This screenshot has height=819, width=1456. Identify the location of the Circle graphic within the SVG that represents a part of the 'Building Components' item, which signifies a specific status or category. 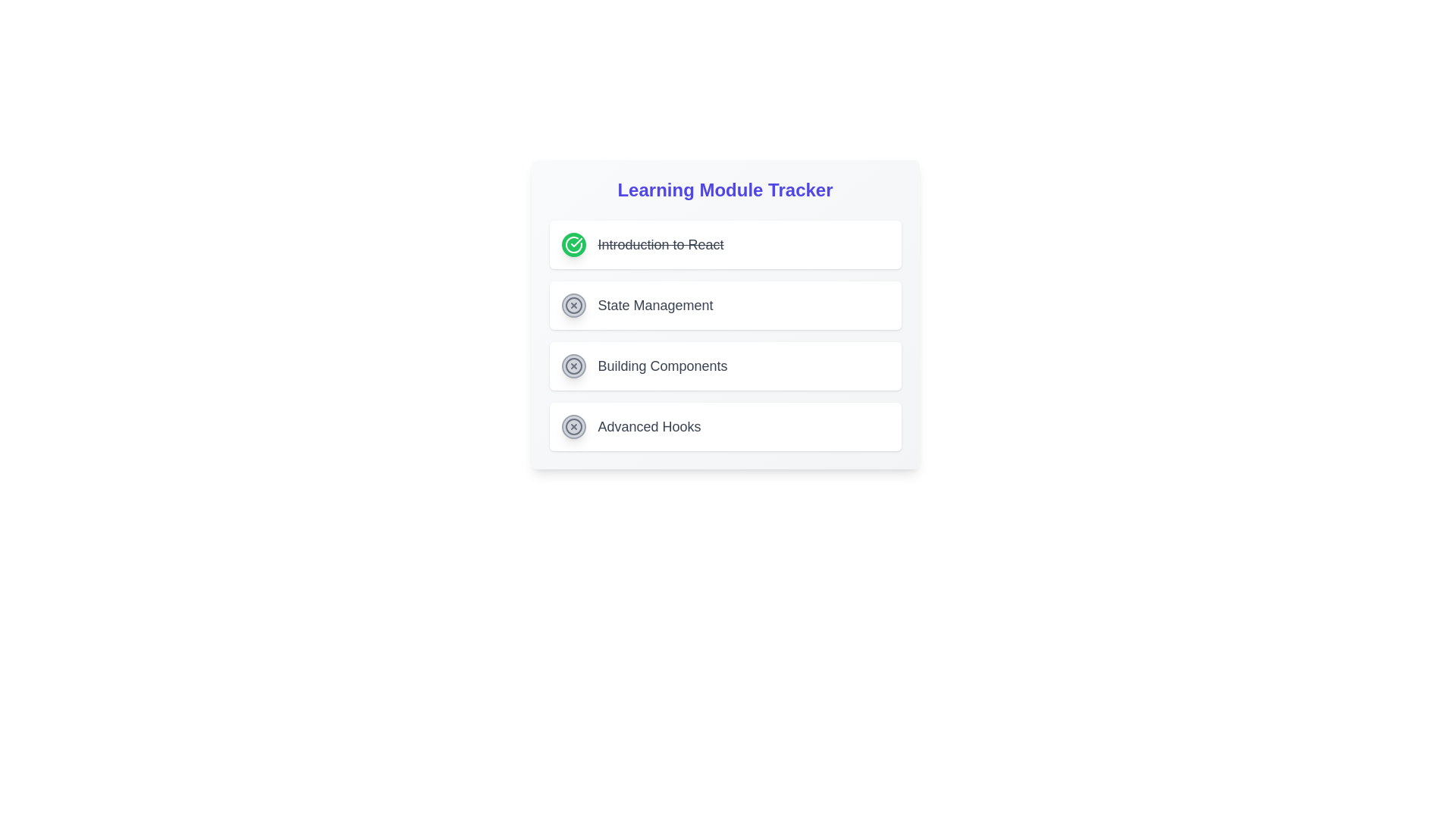
(573, 366).